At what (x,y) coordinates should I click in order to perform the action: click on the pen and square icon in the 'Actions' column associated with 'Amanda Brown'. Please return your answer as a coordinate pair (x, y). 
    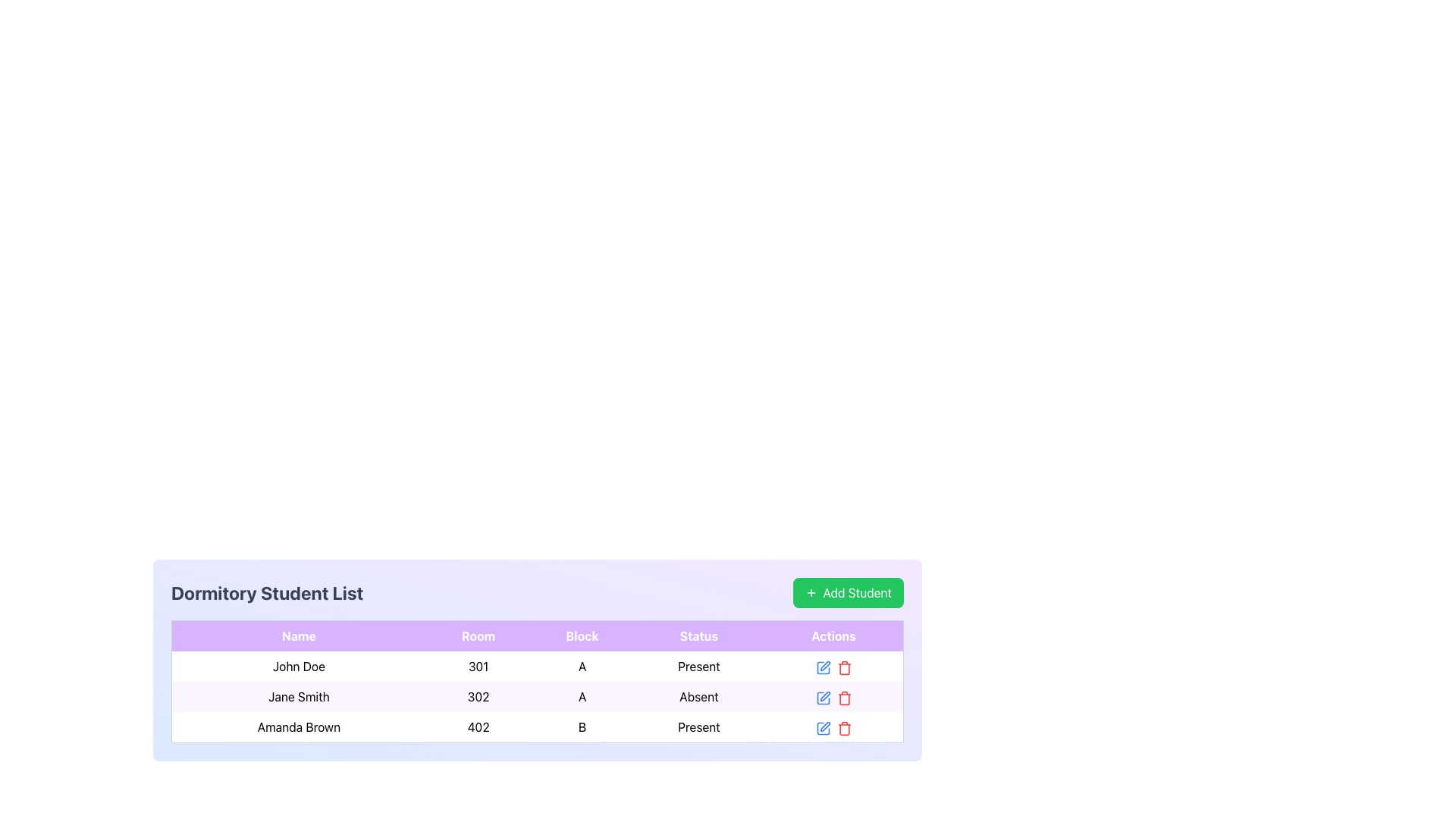
    Looking at the image, I should click on (822, 727).